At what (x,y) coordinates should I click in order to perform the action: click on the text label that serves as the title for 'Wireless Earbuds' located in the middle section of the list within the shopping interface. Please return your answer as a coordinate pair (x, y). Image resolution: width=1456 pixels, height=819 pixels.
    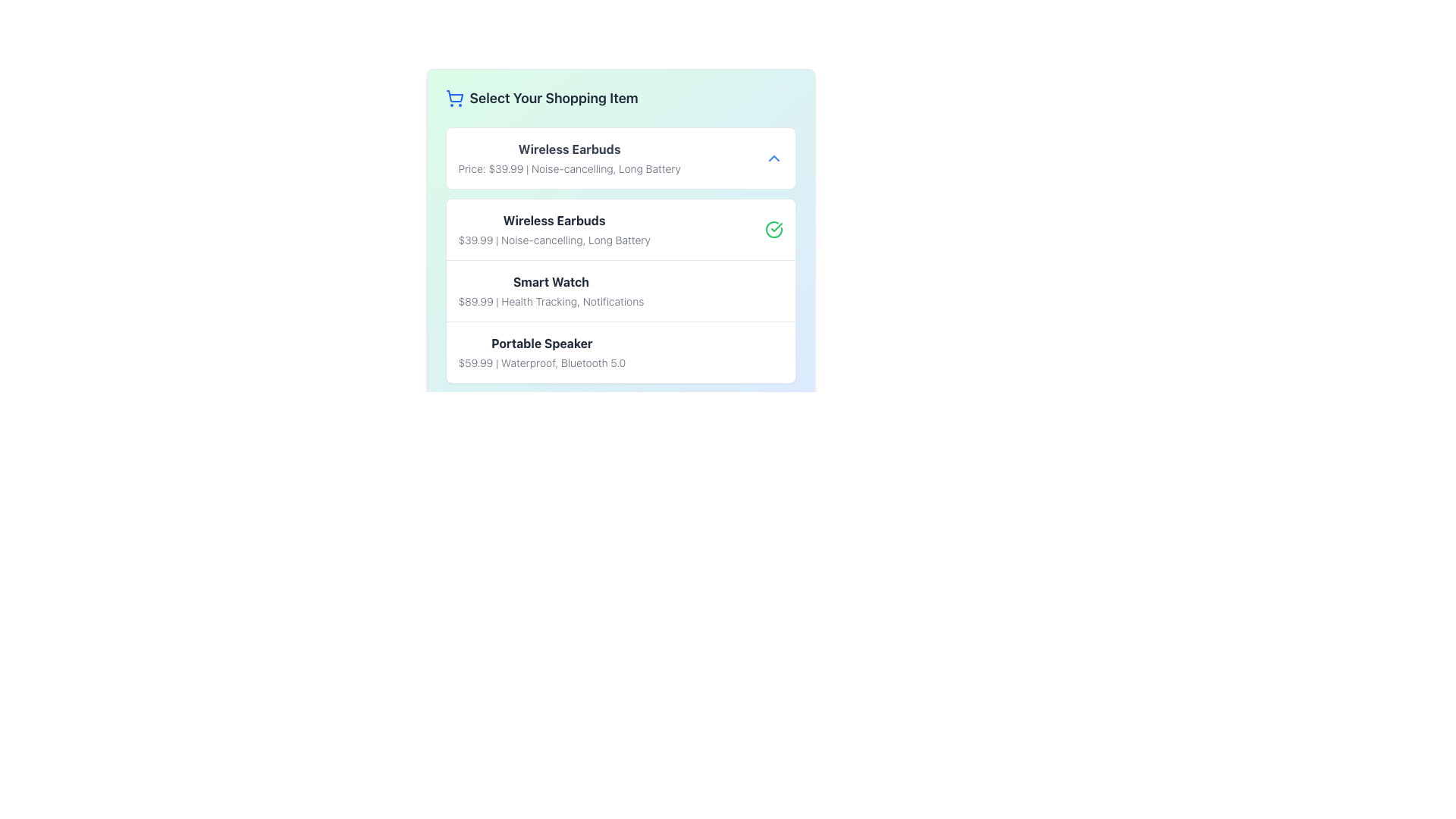
    Looking at the image, I should click on (554, 220).